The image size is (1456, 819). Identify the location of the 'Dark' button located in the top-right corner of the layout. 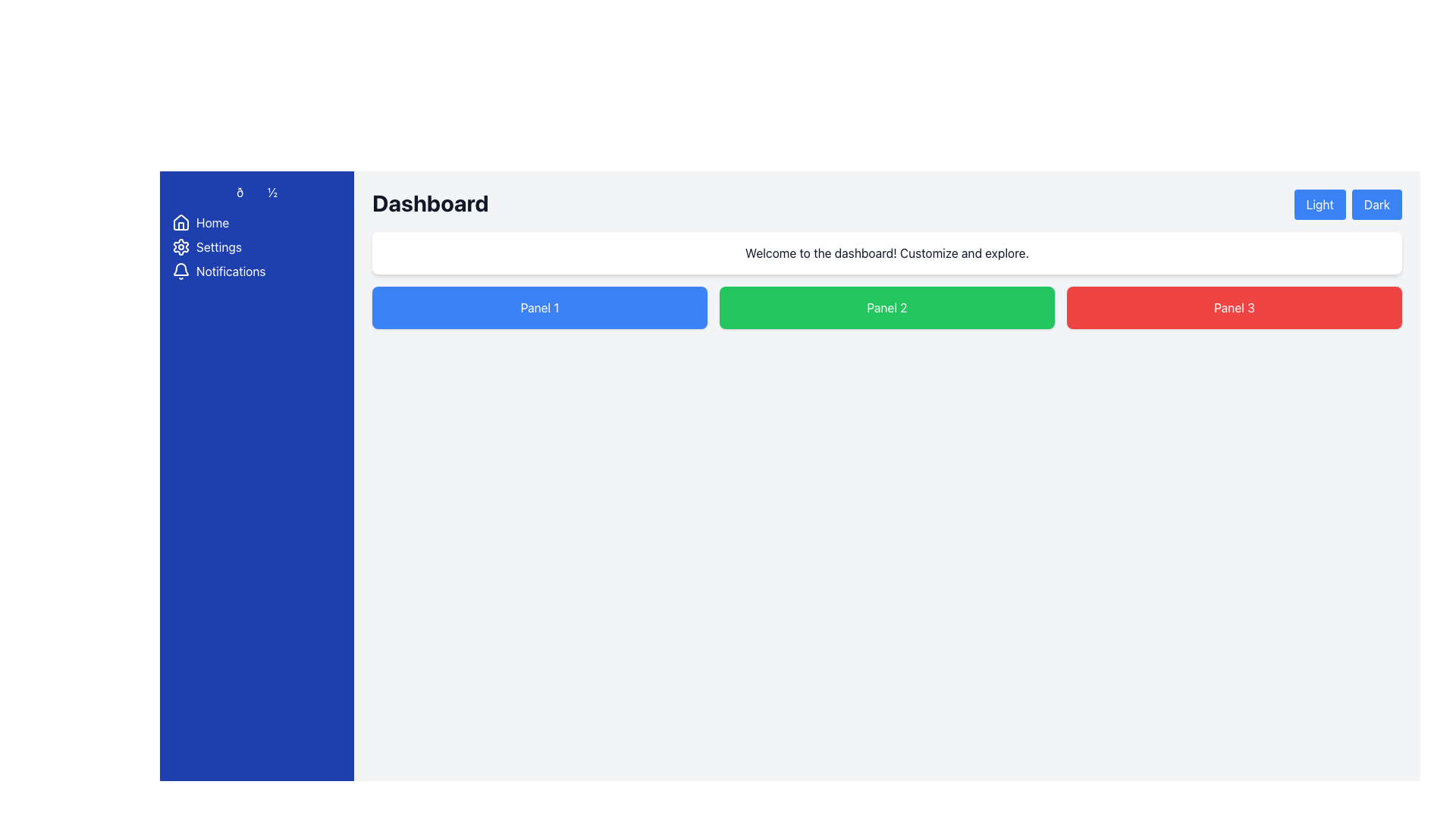
(1376, 205).